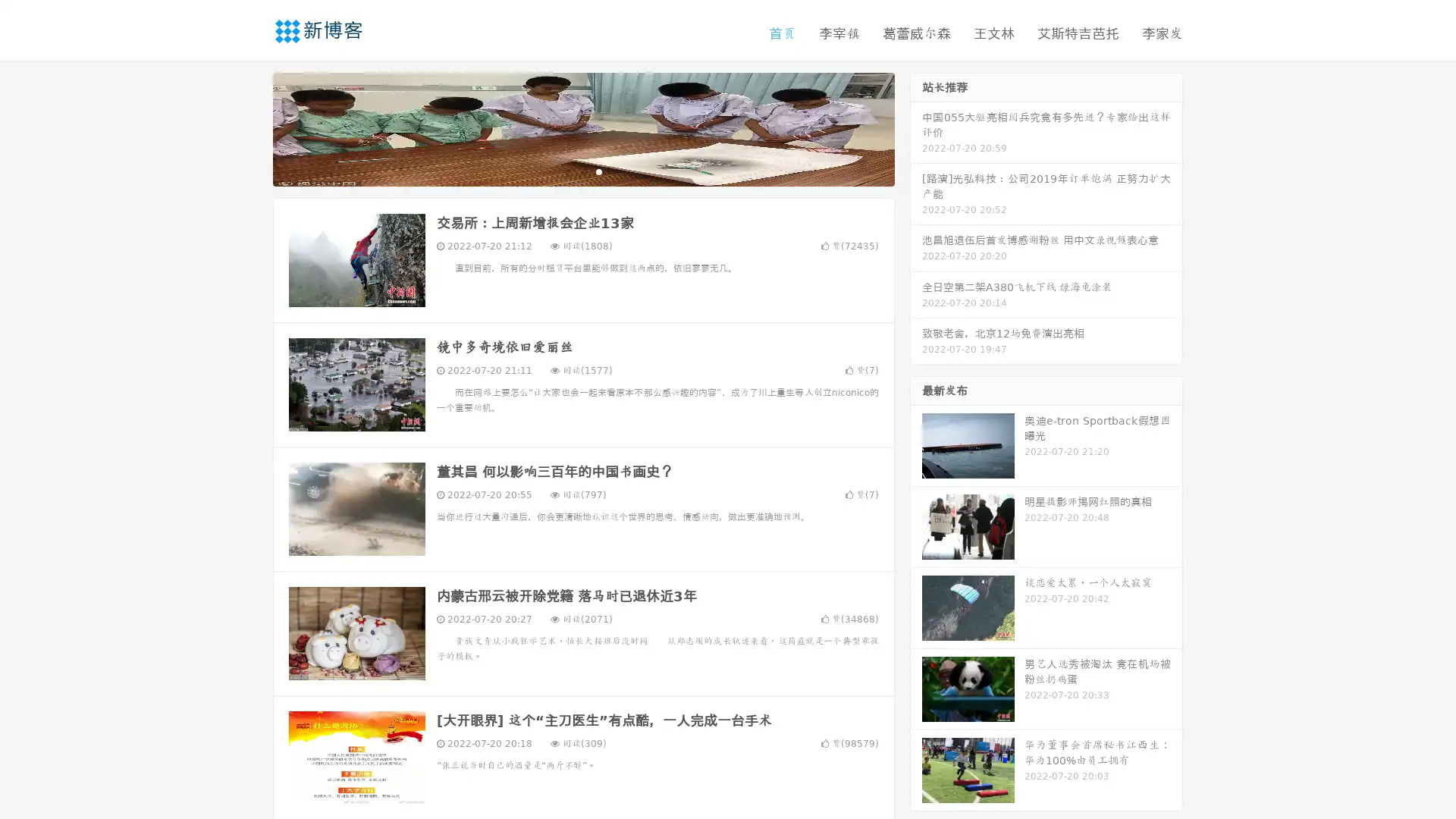 The height and width of the screenshot is (819, 1456). I want to click on Previous slide, so click(250, 127).